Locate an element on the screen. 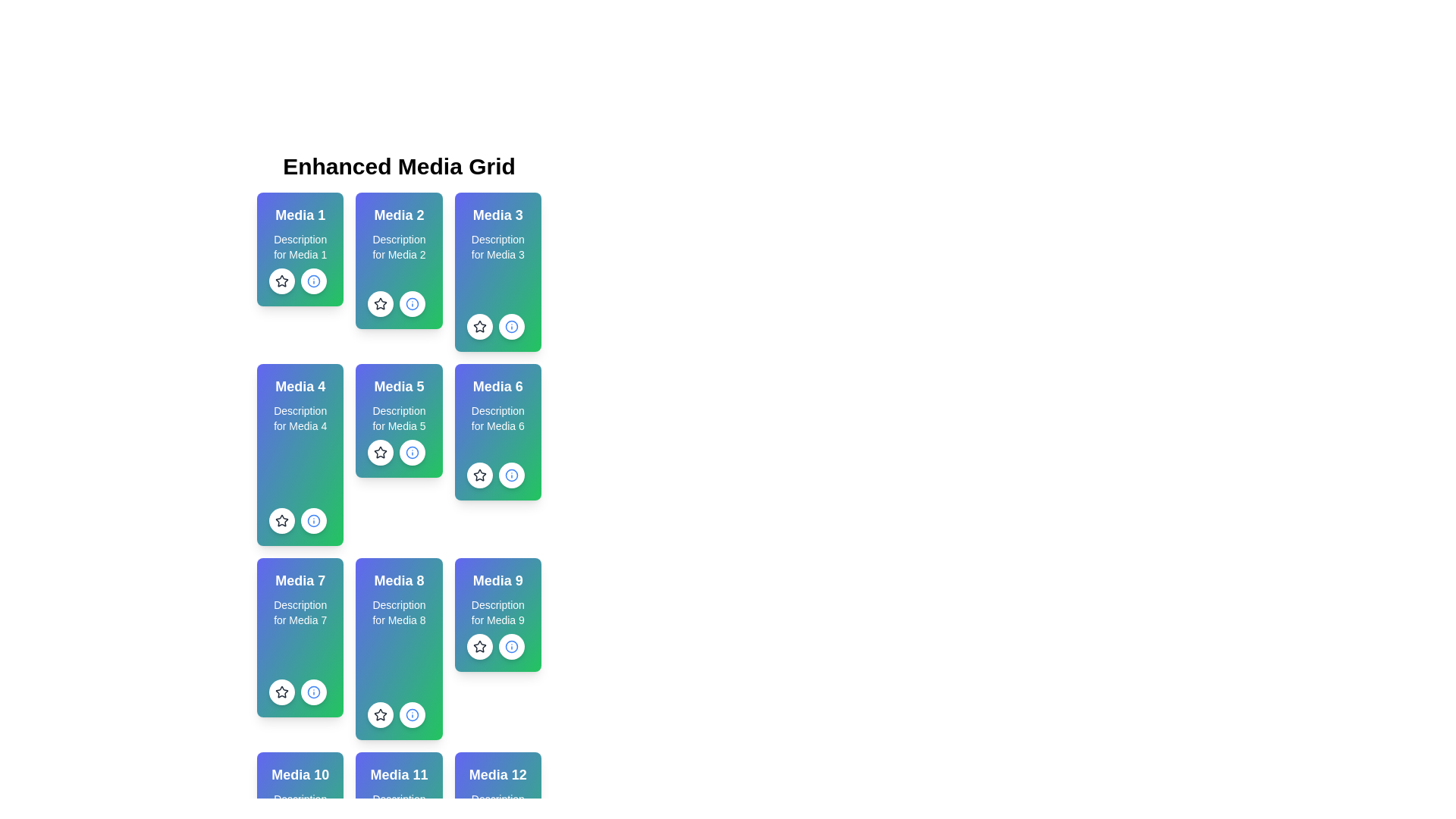  the descriptive subtitle text label located within the 'Media 8' card, which is the second text element below the title 'Media 8' is located at coordinates (399, 611).